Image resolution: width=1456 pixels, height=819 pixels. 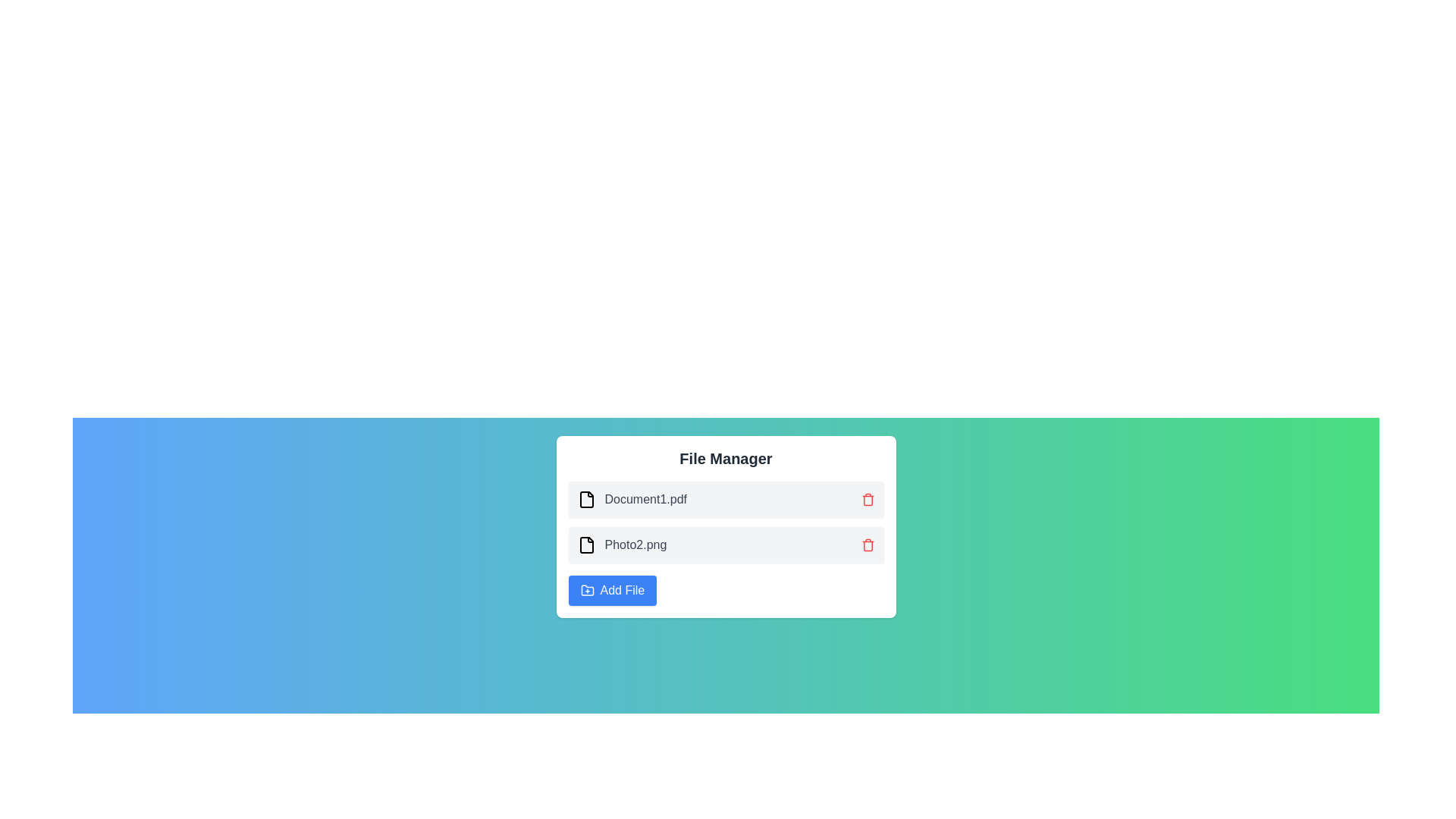 I want to click on the file icon with a black border and white background located to the left of the text 'Photo2.png' in the second row of the file list, so click(x=585, y=544).